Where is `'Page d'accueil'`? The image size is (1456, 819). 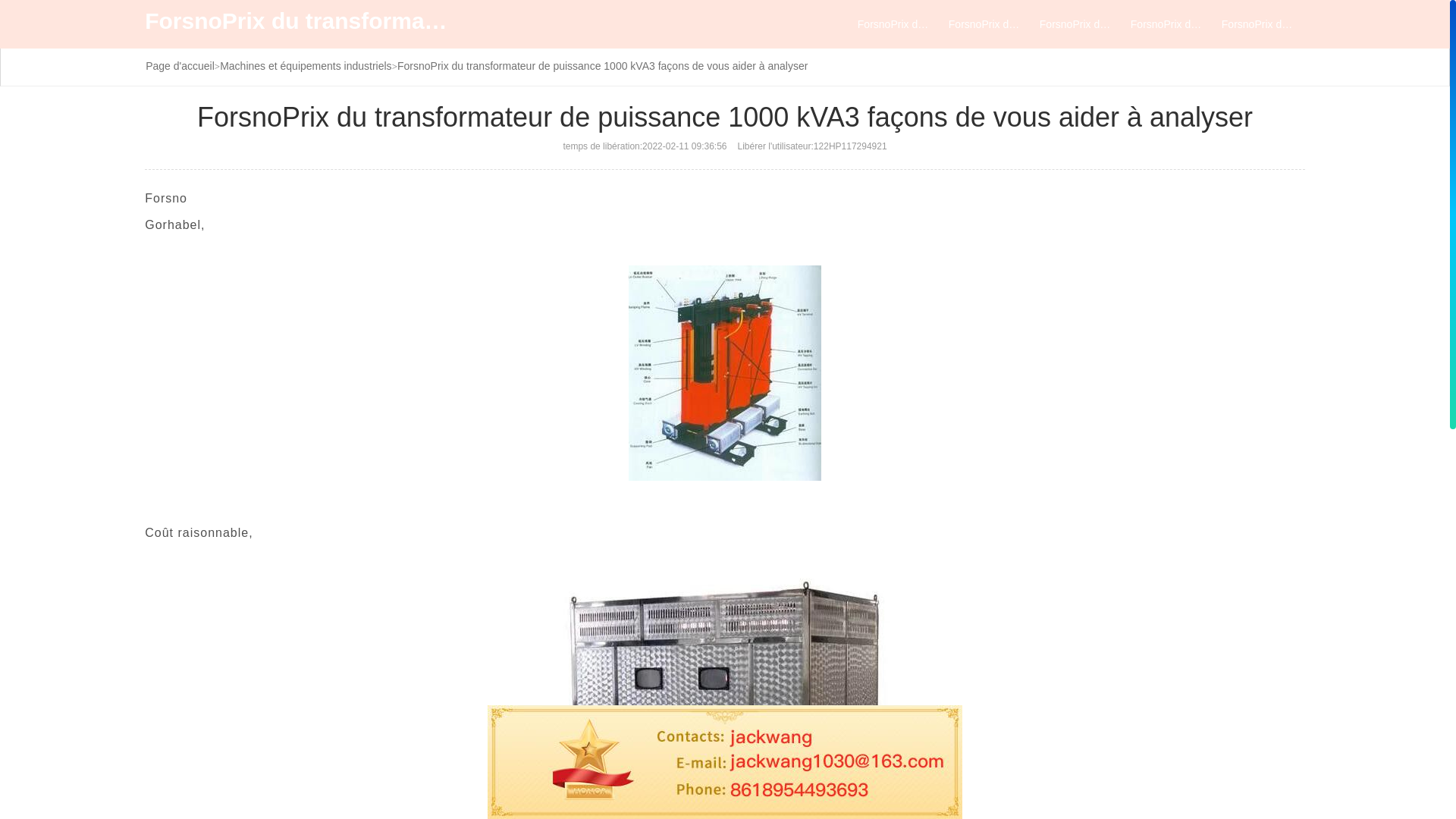
'Page d'accueil' is located at coordinates (180, 65).